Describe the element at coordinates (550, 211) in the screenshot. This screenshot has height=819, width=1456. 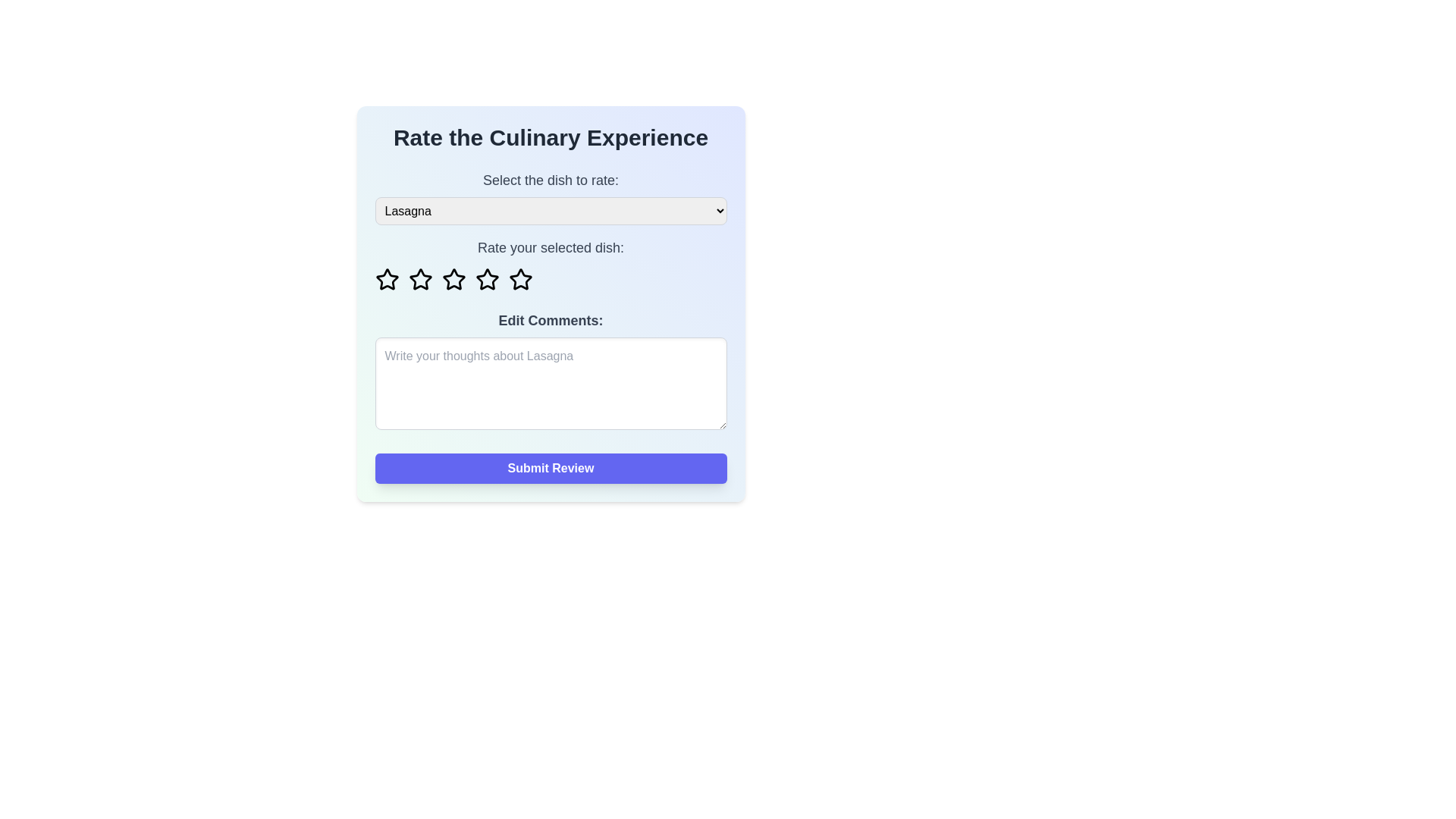
I see `an option from the dropdown menu located below the heading 'Select the dish to rate:' and above the rating stars section` at that location.